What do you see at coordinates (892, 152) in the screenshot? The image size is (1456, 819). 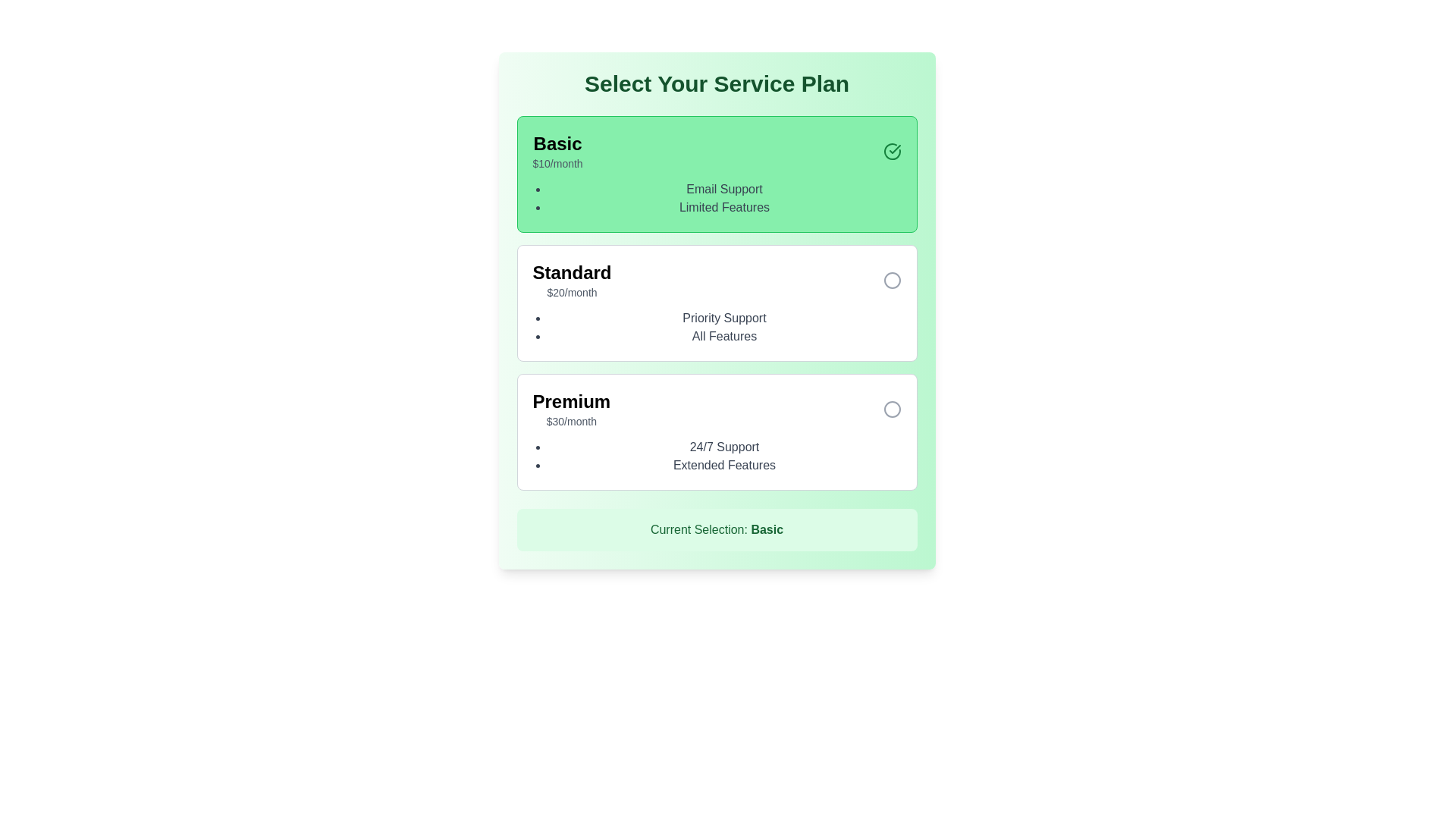 I see `the subscription plan icon that indicates the currently selected 'Basic' subscription option, positioned at the top-right side of the highlighted area` at bounding box center [892, 152].